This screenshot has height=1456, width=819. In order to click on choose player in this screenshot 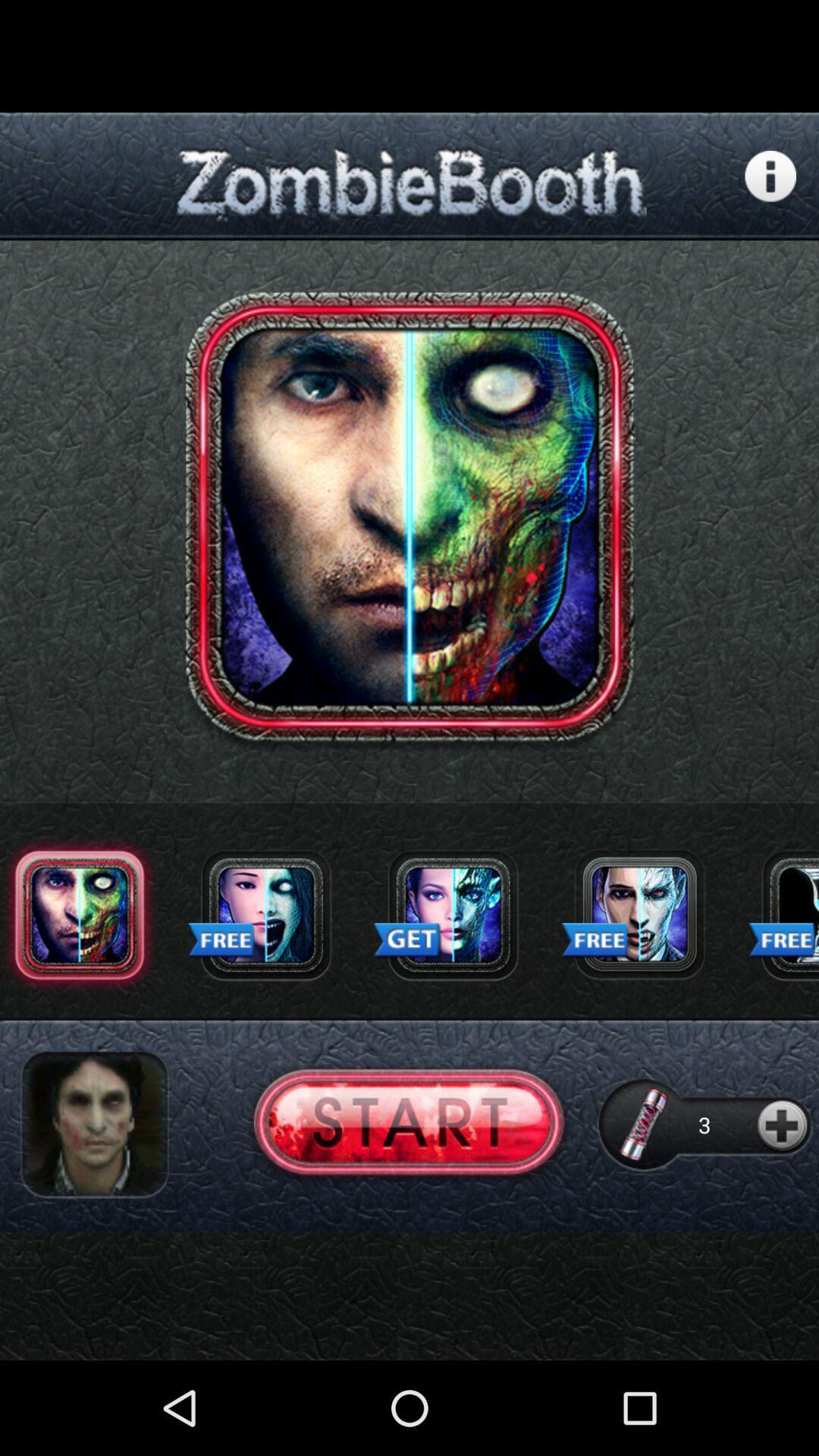, I will do `click(94, 1125)`.